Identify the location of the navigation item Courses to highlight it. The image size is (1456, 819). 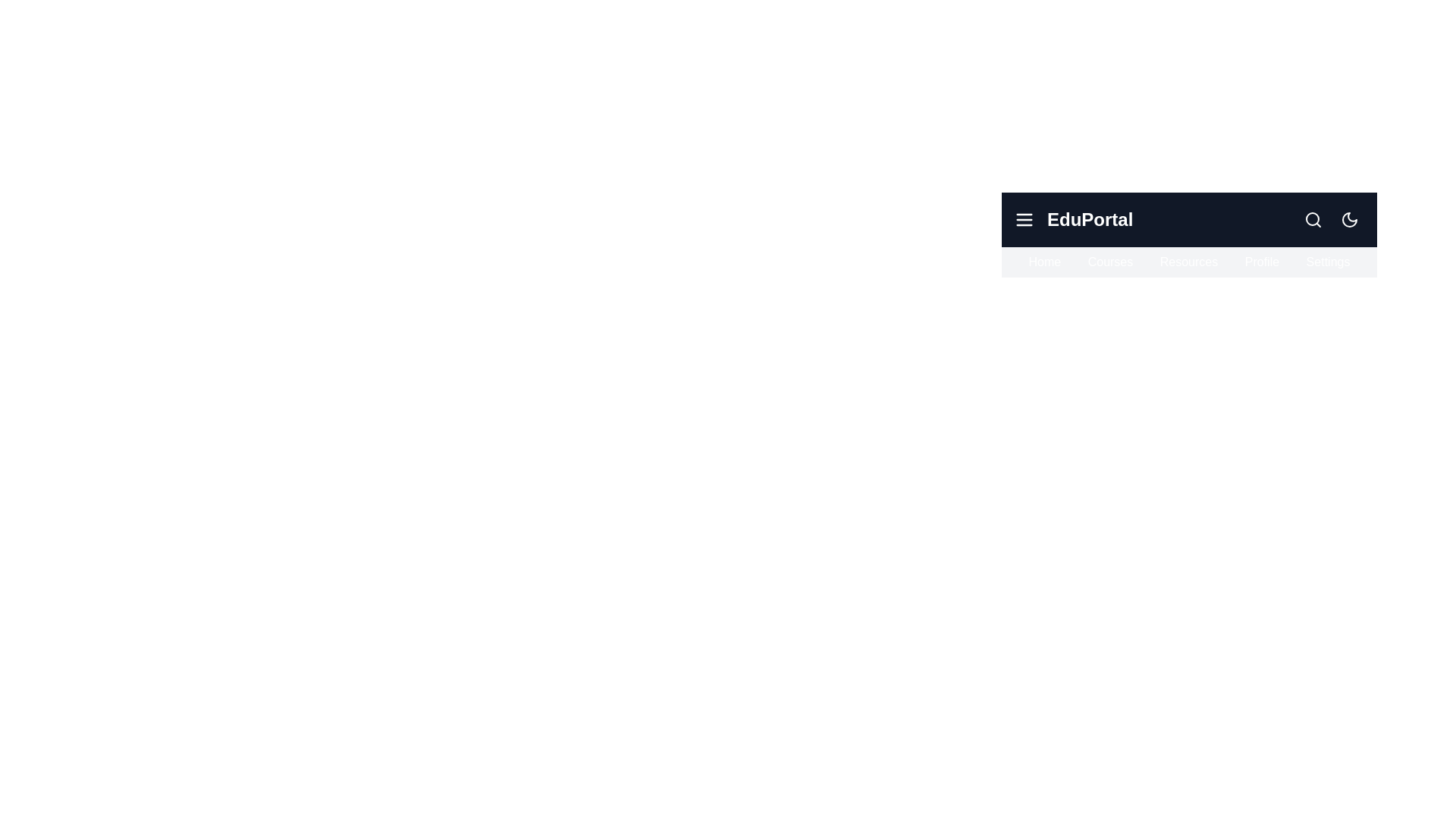
(1110, 262).